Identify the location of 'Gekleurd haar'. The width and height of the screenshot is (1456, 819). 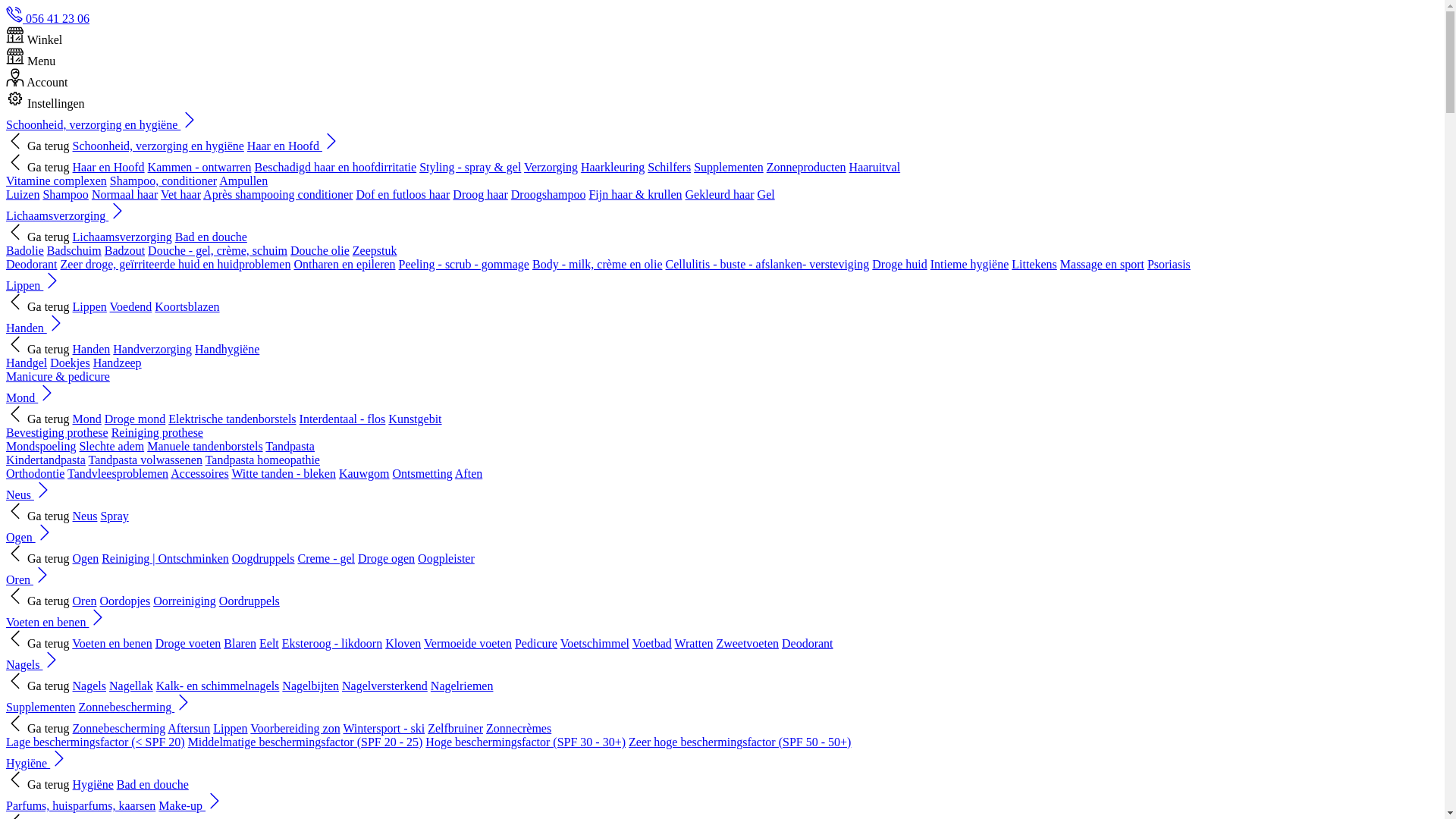
(719, 193).